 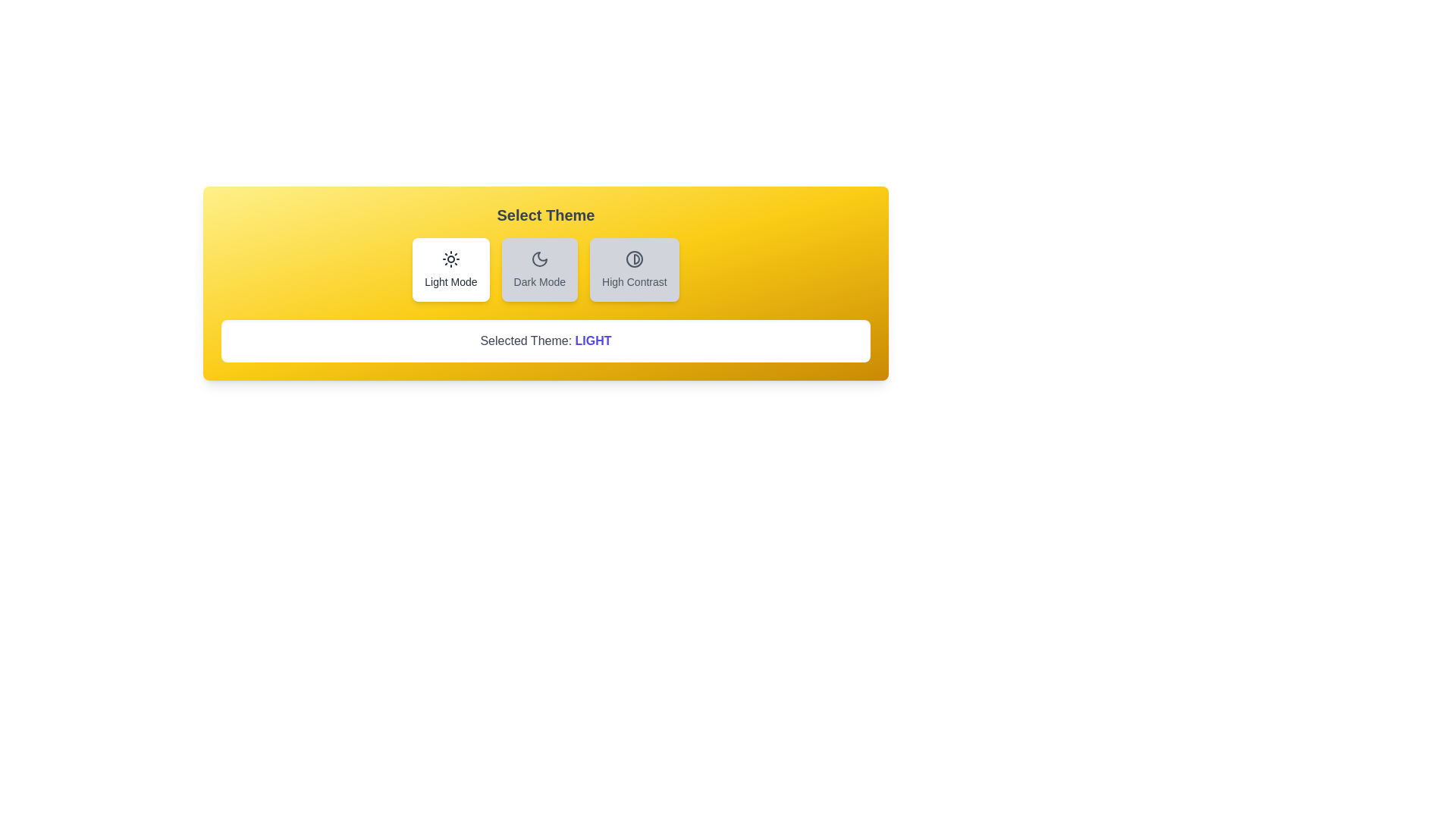 What do you see at coordinates (634, 268) in the screenshot?
I see `the High Contrast button to observe its hover animation` at bounding box center [634, 268].